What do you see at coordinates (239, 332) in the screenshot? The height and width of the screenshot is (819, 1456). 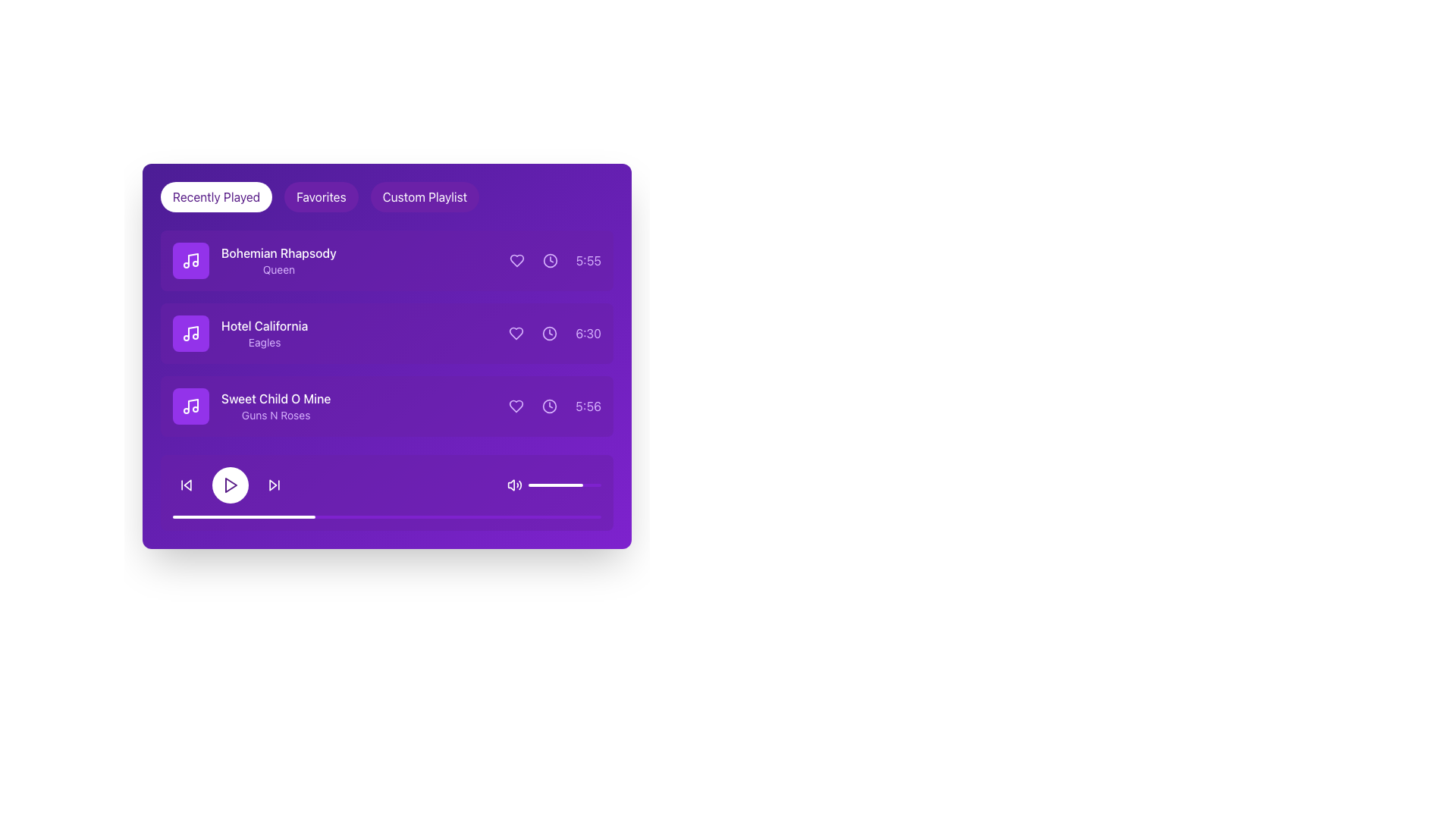 I see `on the text label grouping displaying 'Hotel California' and 'Eagles'` at bounding box center [239, 332].